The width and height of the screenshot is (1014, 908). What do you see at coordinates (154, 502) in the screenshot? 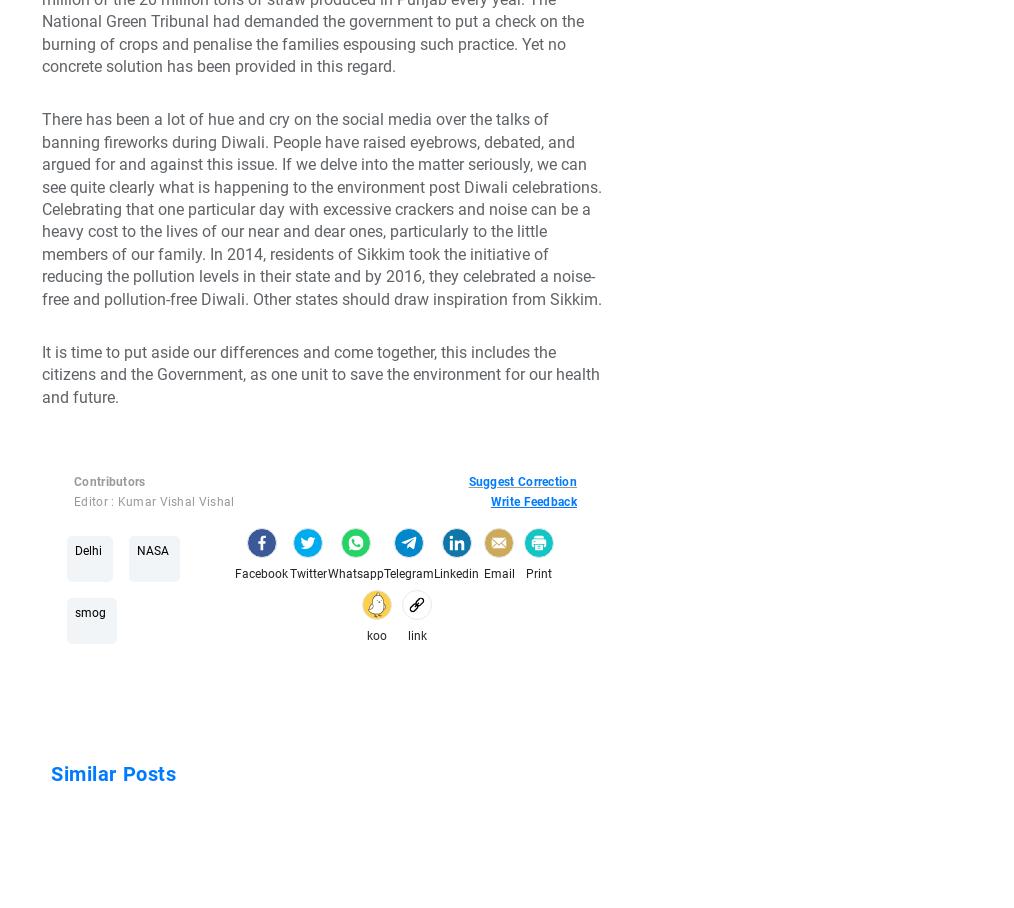
I see `'Editor : Kumar Vishal Vishal'` at bounding box center [154, 502].